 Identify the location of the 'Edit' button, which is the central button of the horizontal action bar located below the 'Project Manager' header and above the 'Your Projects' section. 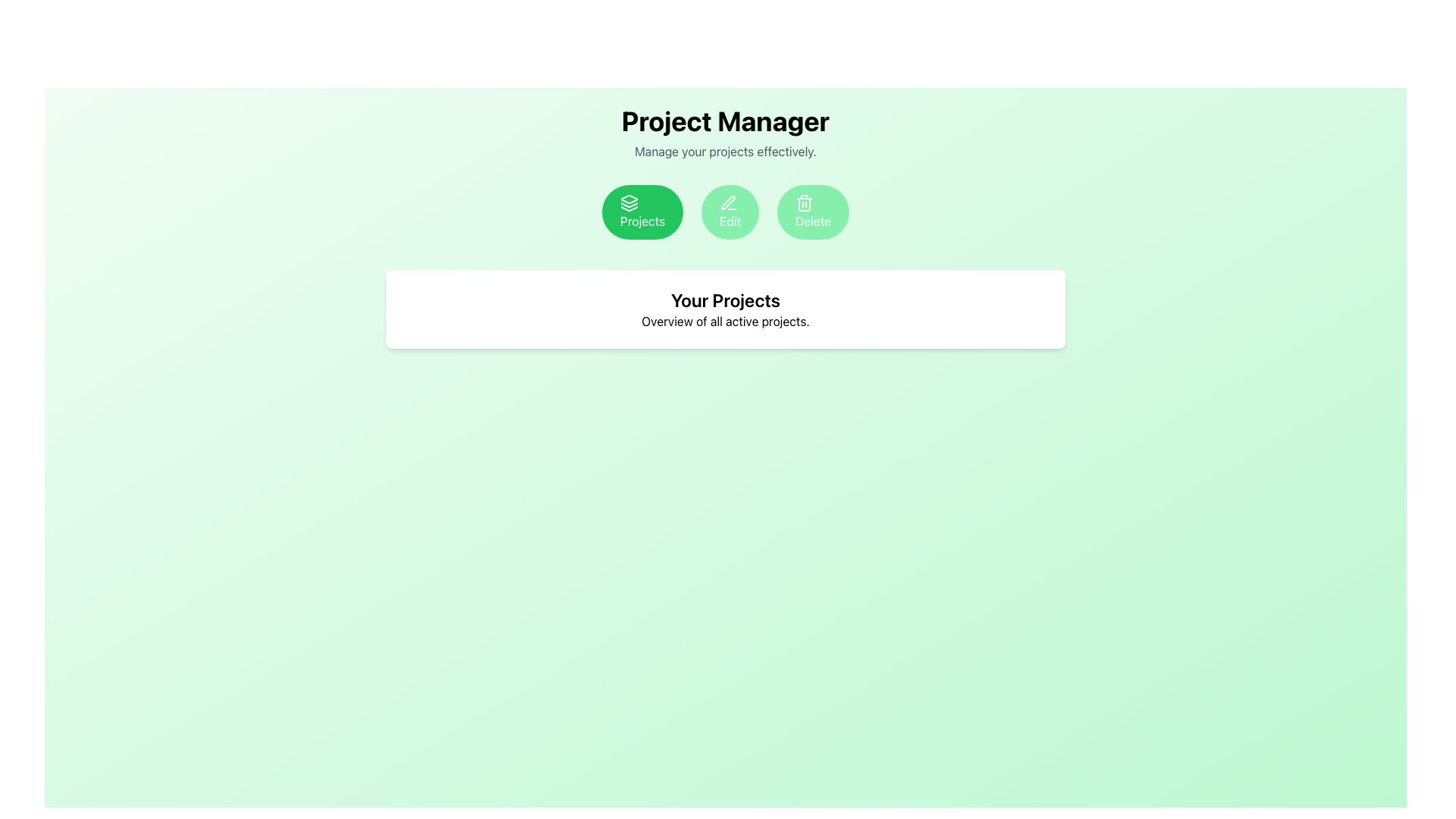
(724, 212).